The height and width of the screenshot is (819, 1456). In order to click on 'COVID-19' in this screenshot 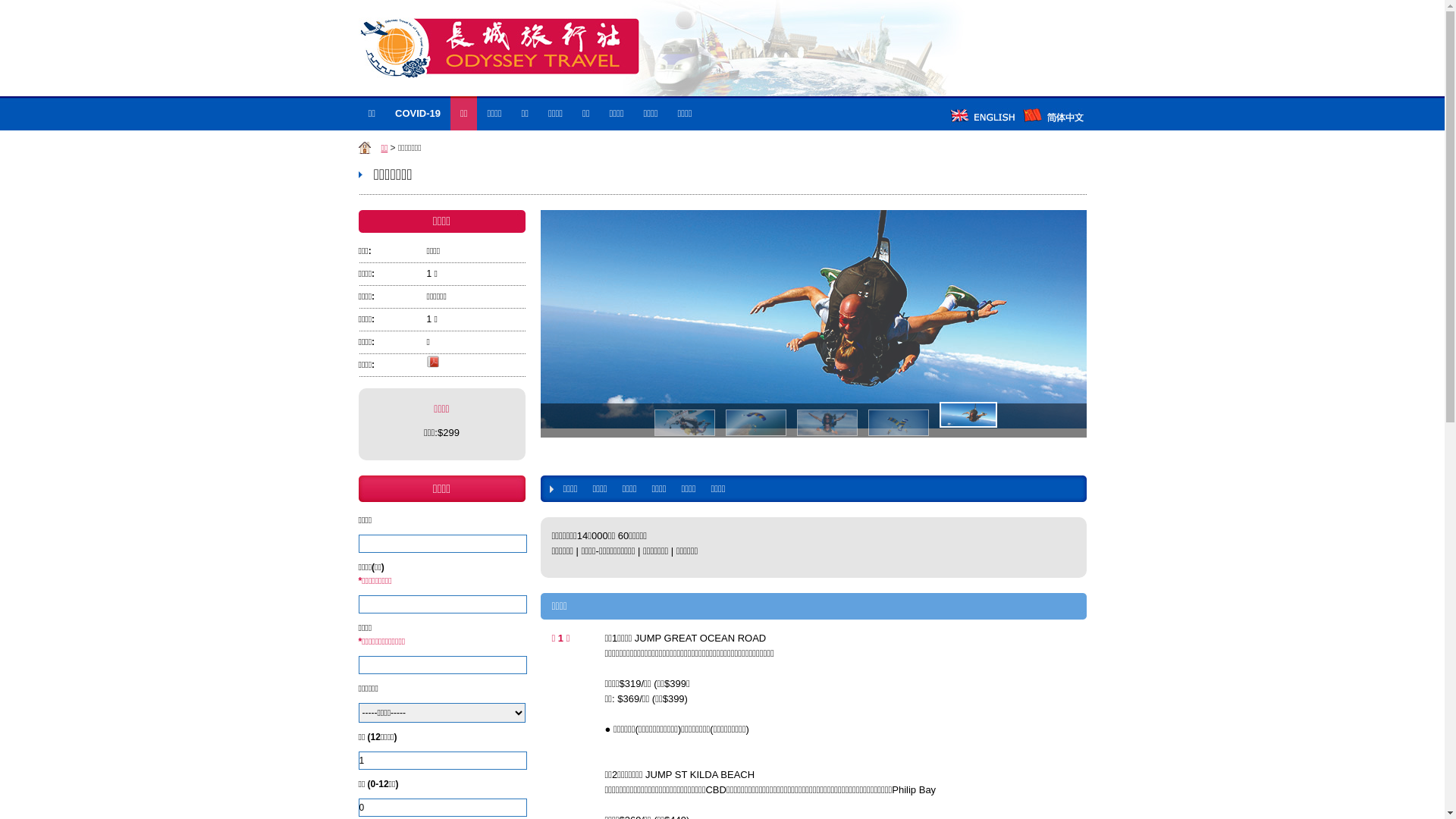, I will do `click(418, 112)`.